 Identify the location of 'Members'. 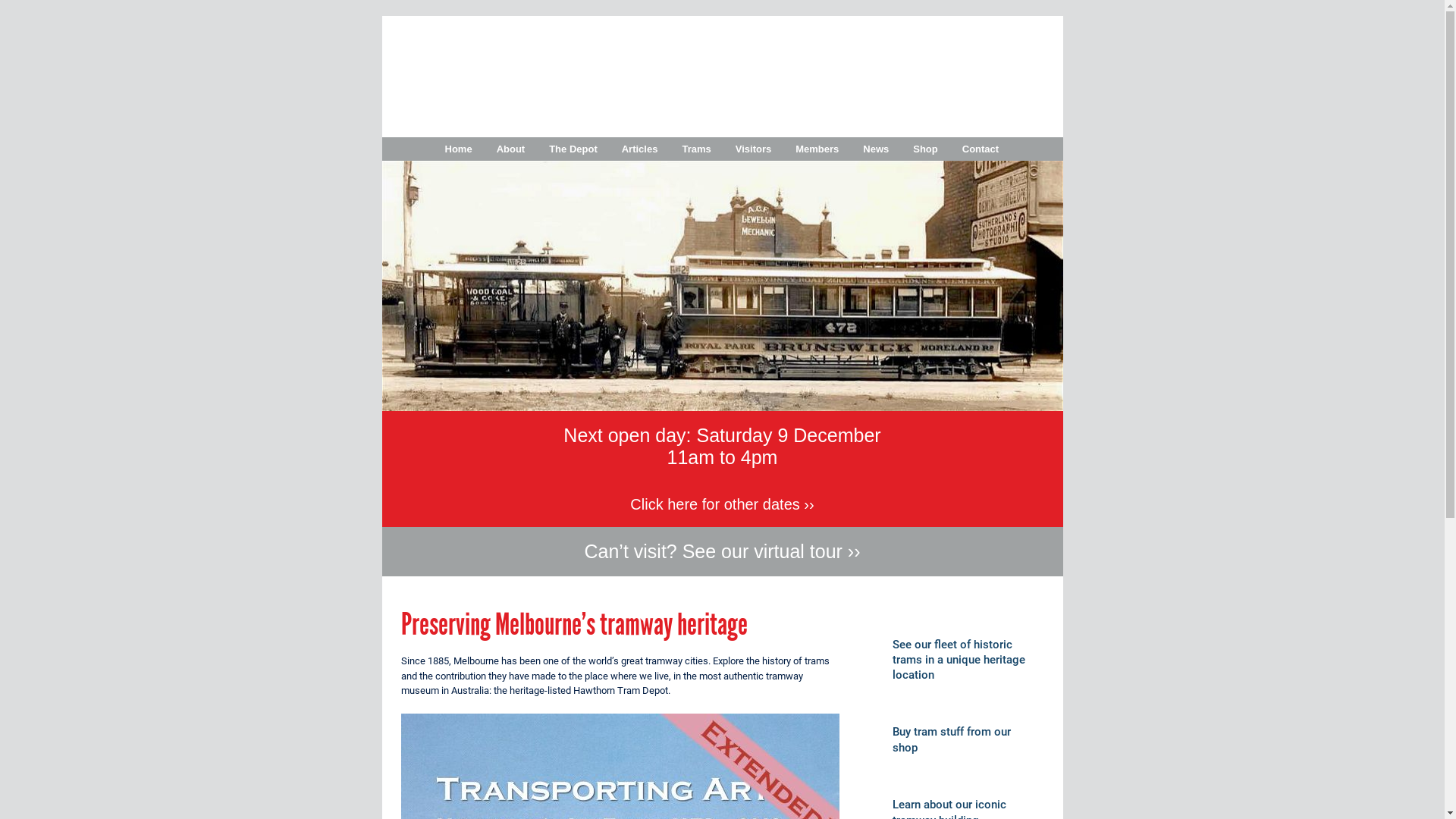
(816, 149).